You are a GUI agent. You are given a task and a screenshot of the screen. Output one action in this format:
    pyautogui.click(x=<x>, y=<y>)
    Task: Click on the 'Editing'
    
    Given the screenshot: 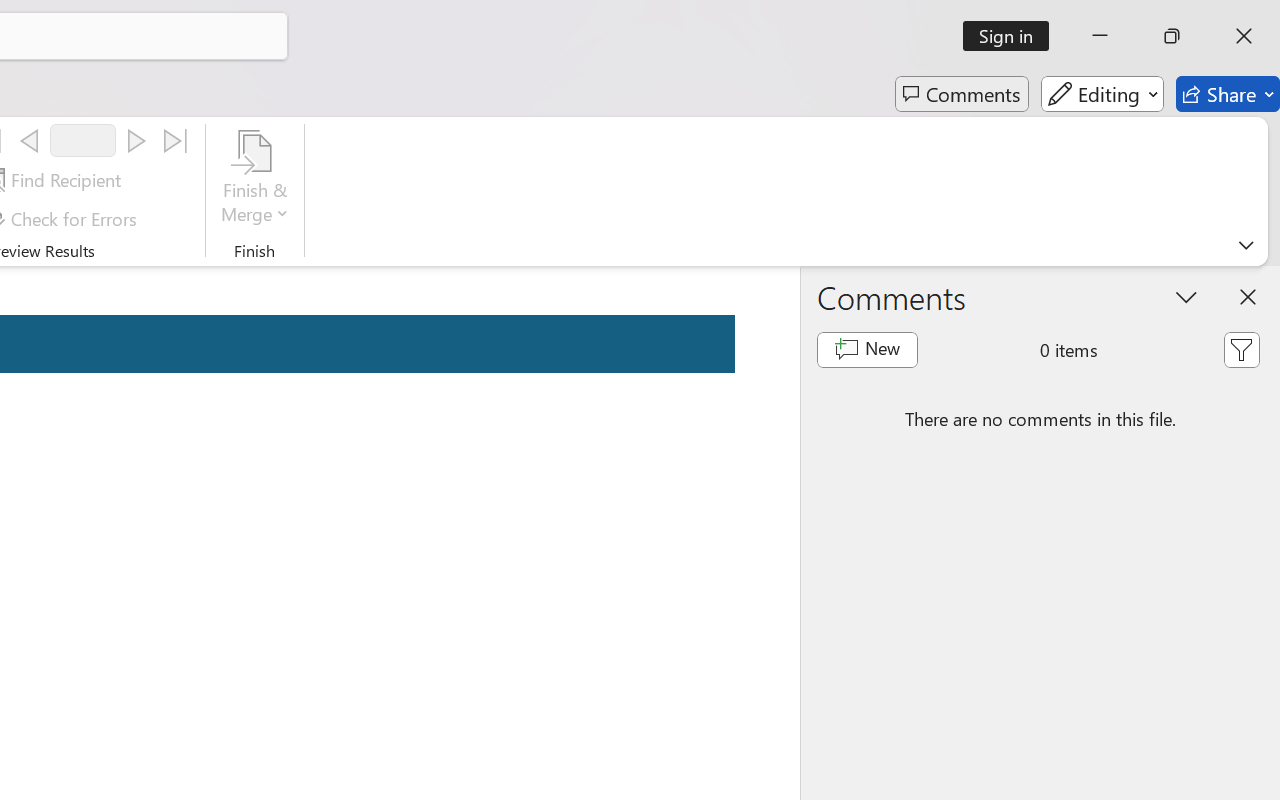 What is the action you would take?
    pyautogui.click(x=1101, y=94)
    